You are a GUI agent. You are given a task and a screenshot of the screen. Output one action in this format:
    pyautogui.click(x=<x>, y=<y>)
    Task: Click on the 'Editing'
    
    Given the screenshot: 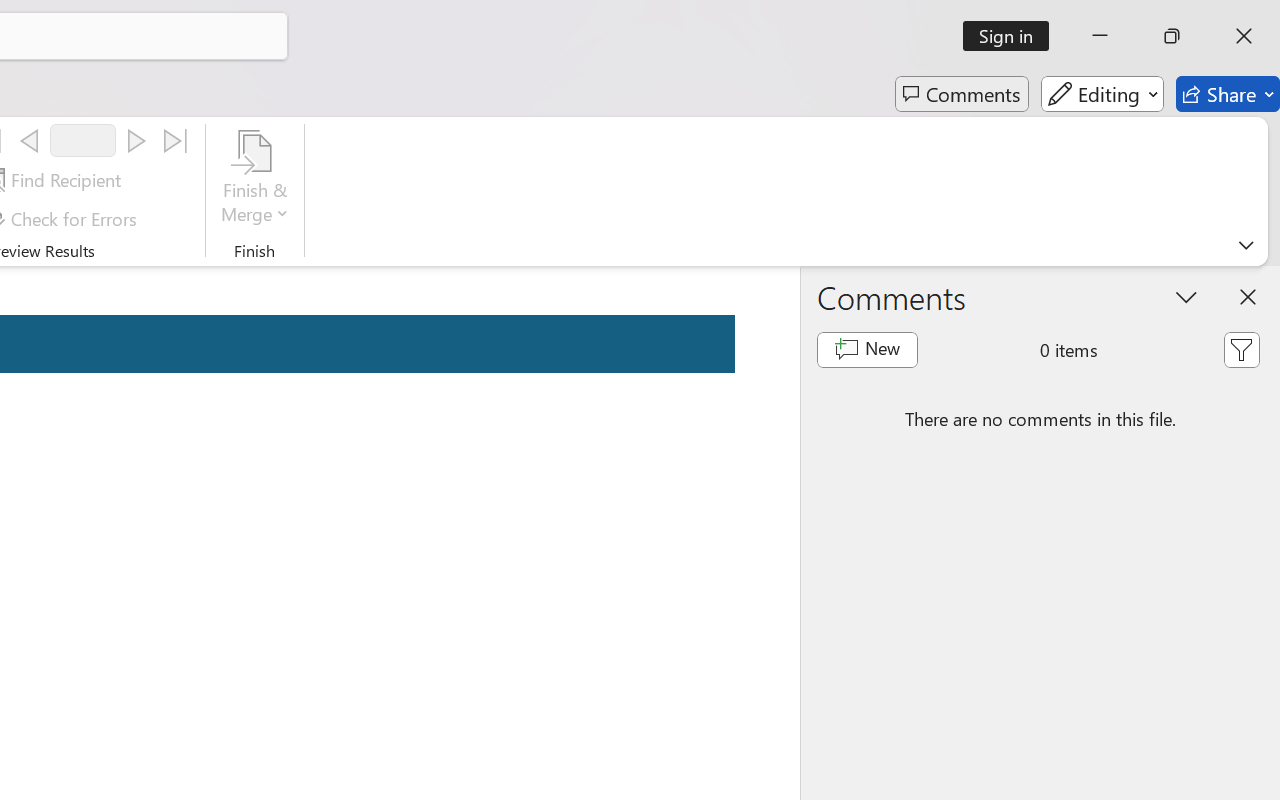 What is the action you would take?
    pyautogui.click(x=1101, y=94)
    